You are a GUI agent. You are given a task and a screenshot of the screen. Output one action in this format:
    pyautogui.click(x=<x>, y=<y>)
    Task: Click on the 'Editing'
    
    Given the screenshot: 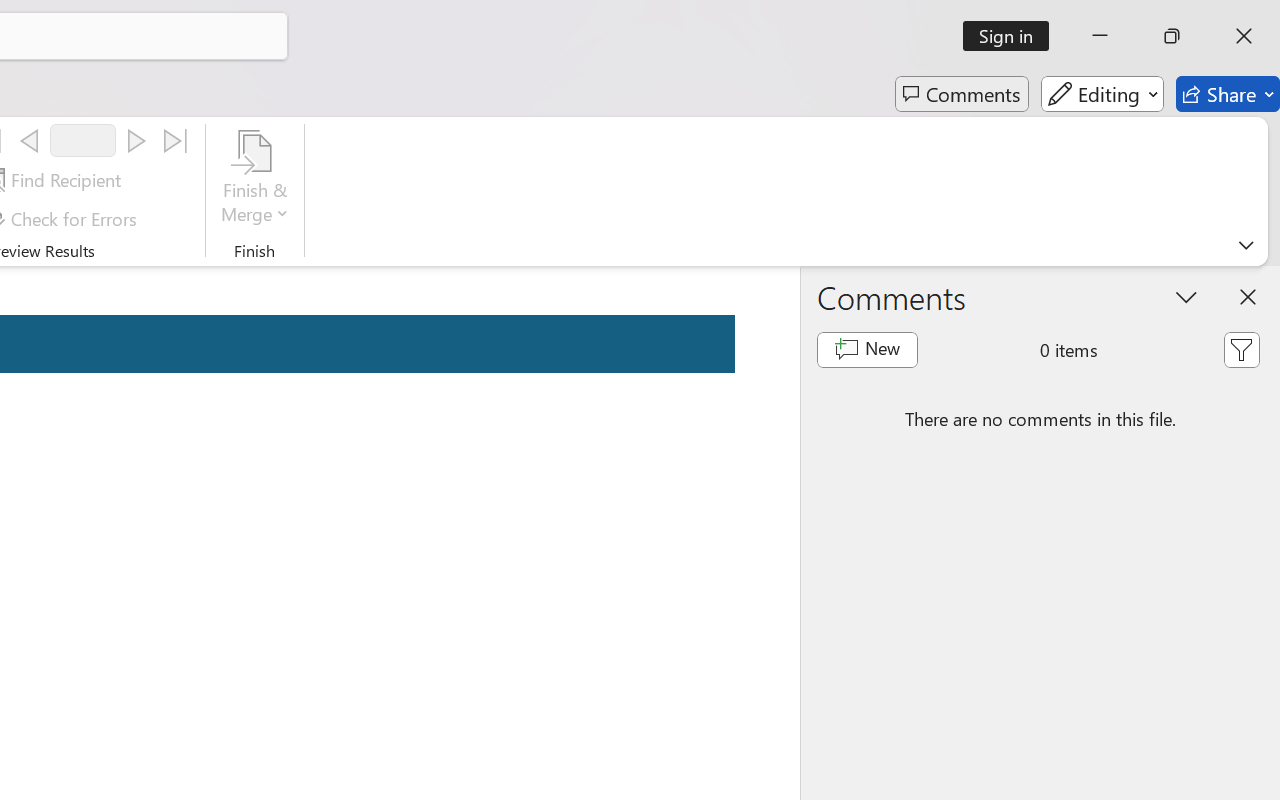 What is the action you would take?
    pyautogui.click(x=1101, y=94)
    